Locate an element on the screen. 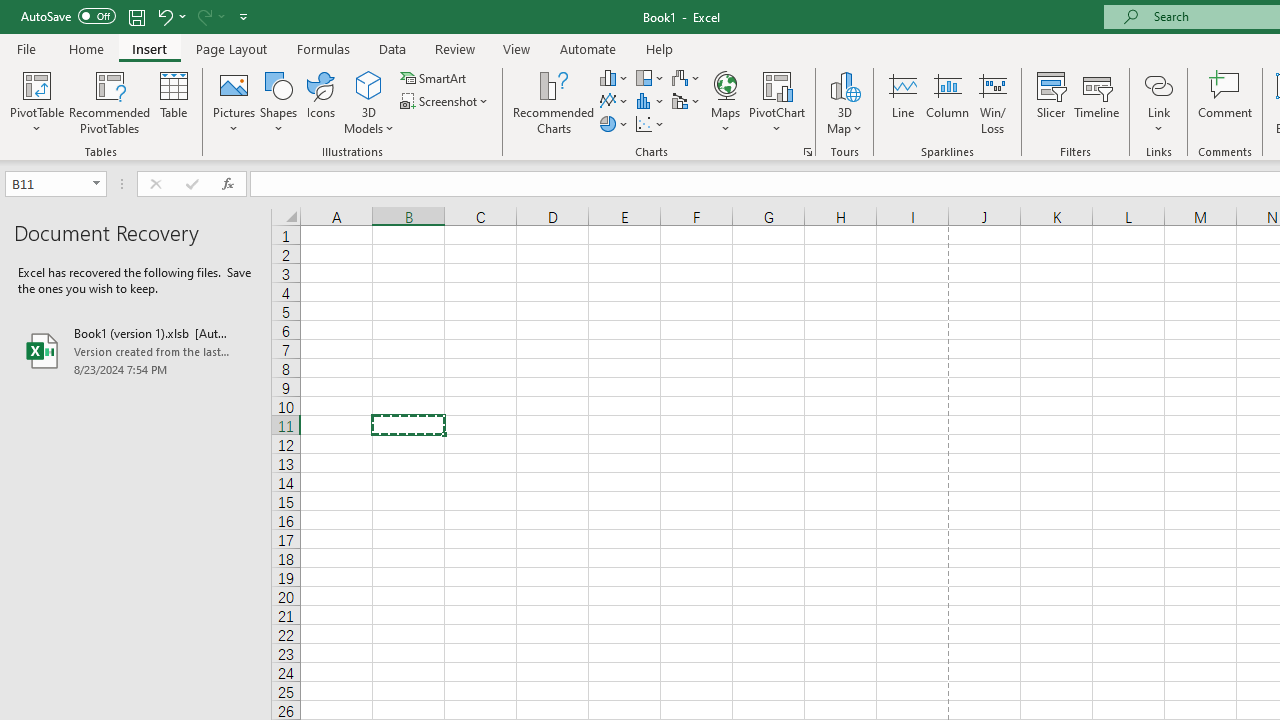  'PivotTable' is located at coordinates (37, 84).